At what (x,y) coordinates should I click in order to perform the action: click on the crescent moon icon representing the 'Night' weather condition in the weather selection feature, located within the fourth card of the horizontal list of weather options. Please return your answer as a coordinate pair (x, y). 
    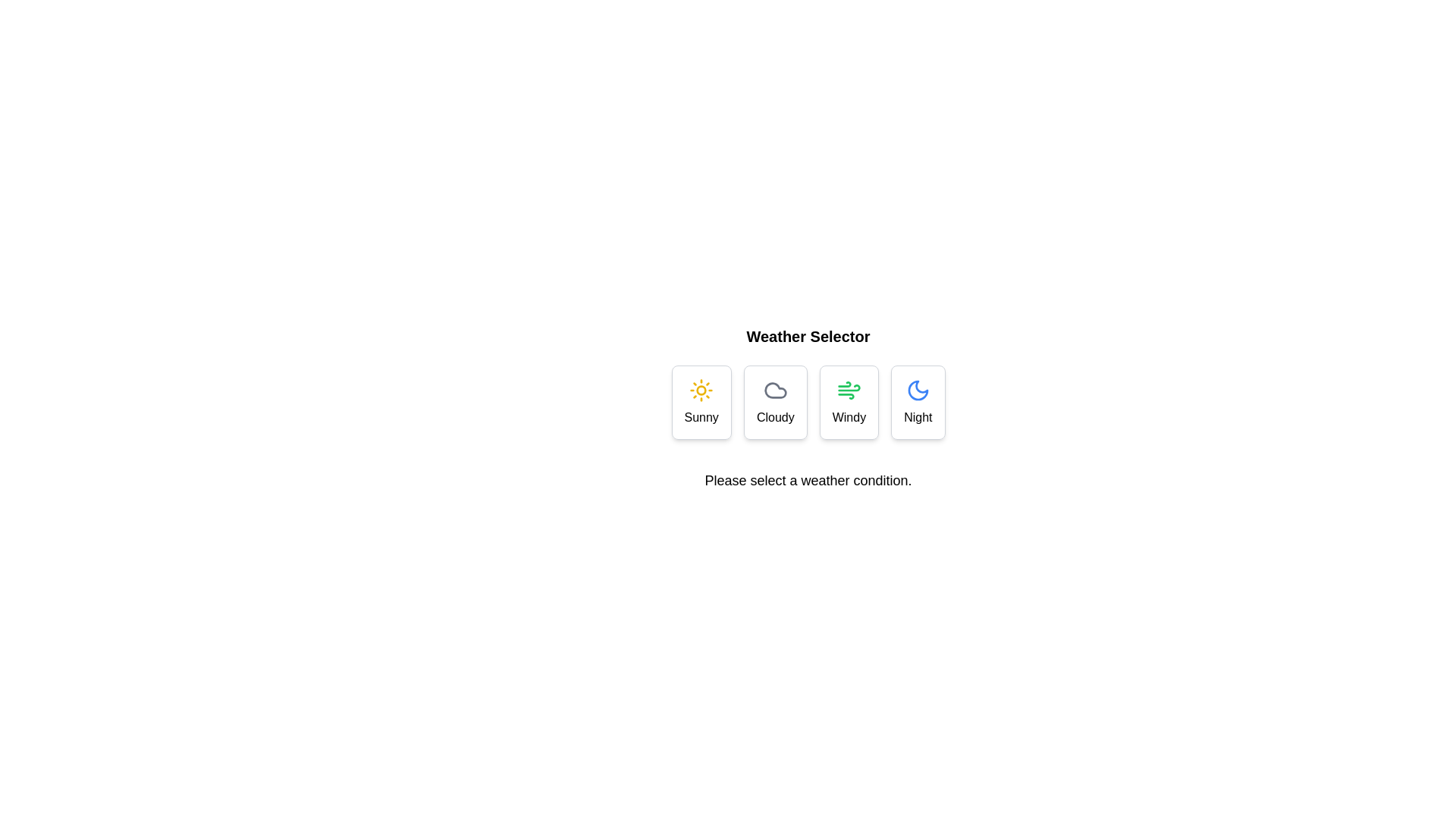
    Looking at the image, I should click on (917, 390).